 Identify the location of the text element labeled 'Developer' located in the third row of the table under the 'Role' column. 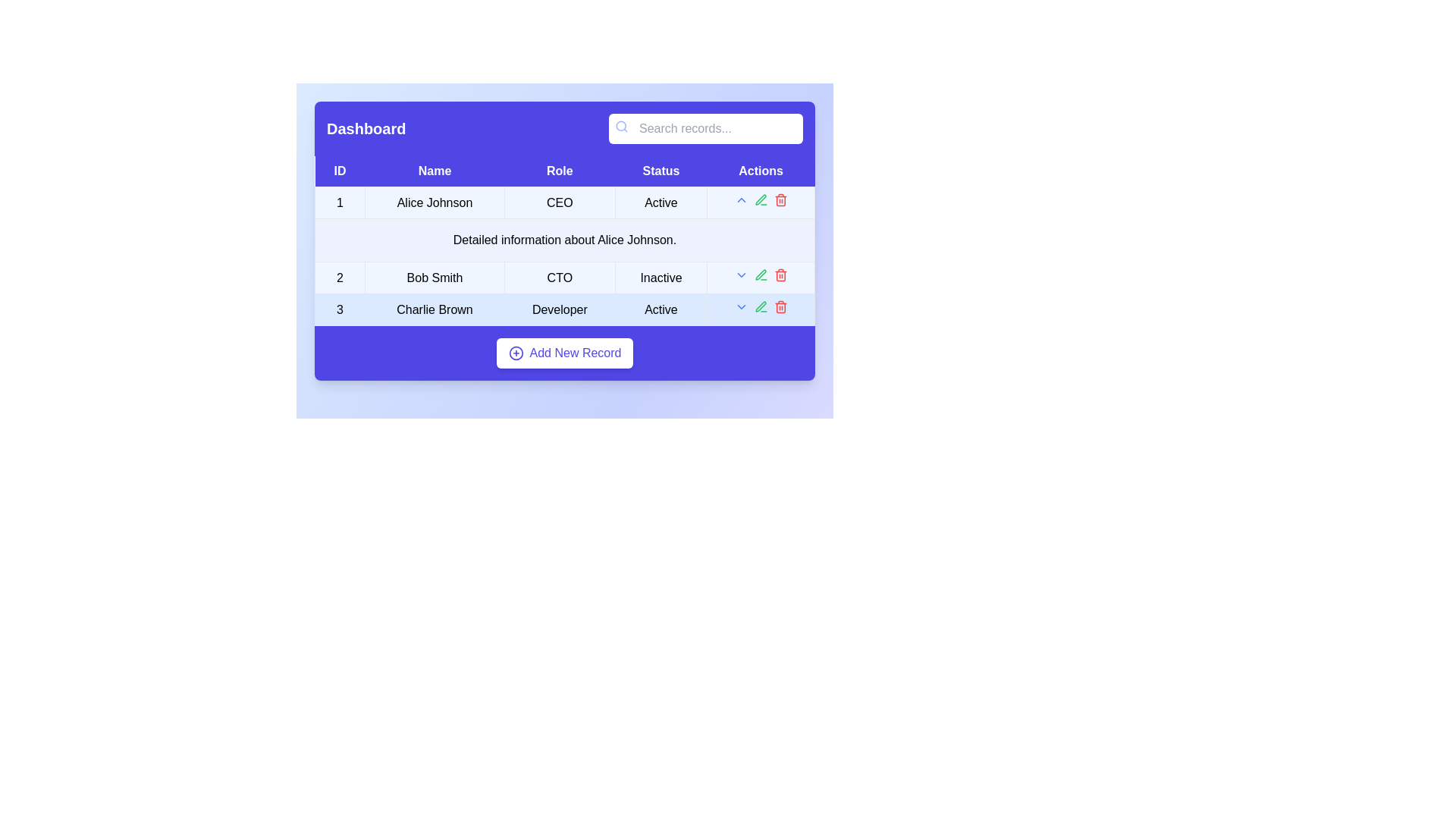
(559, 309).